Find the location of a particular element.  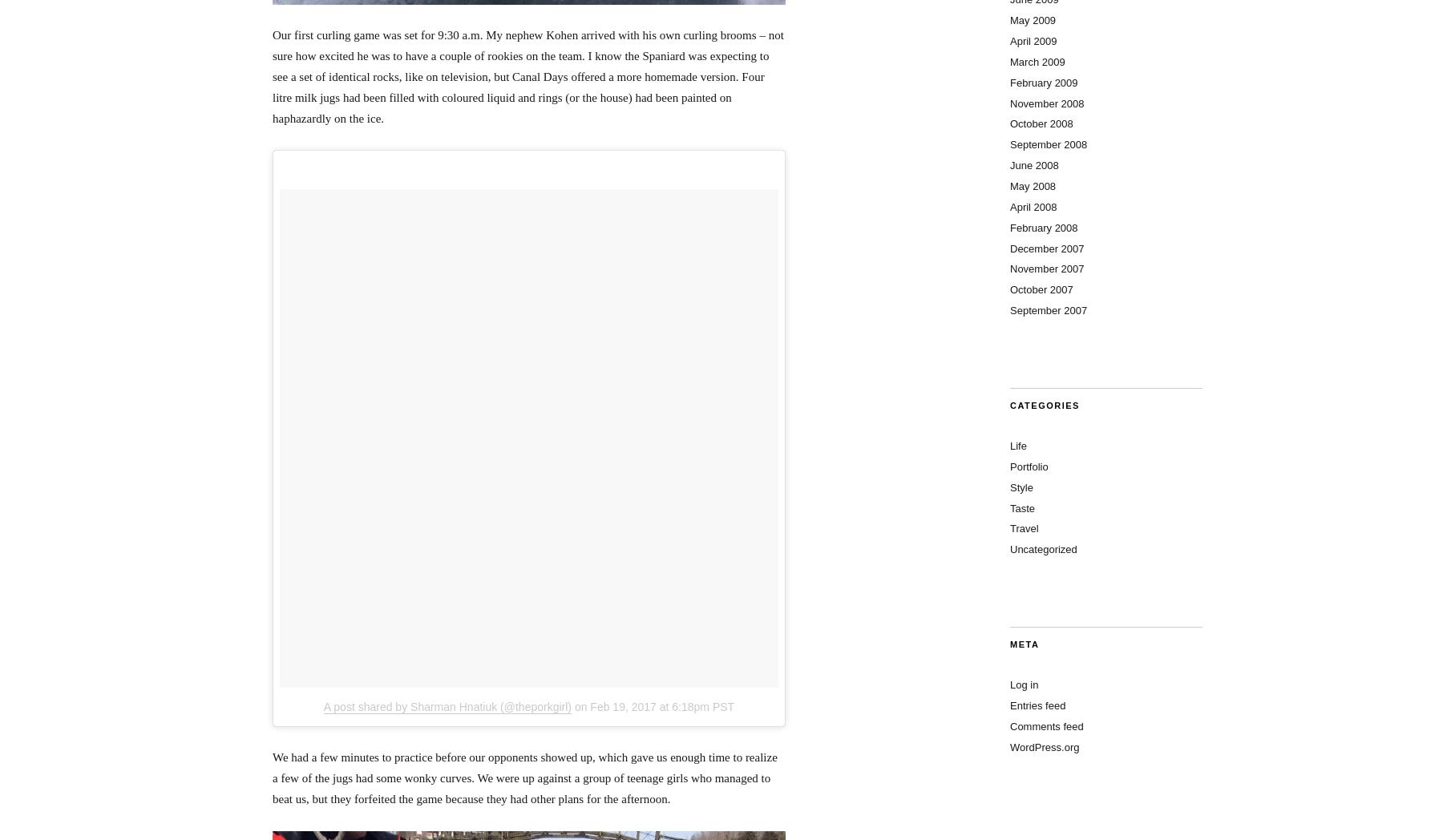

'Travel' is located at coordinates (1024, 528).